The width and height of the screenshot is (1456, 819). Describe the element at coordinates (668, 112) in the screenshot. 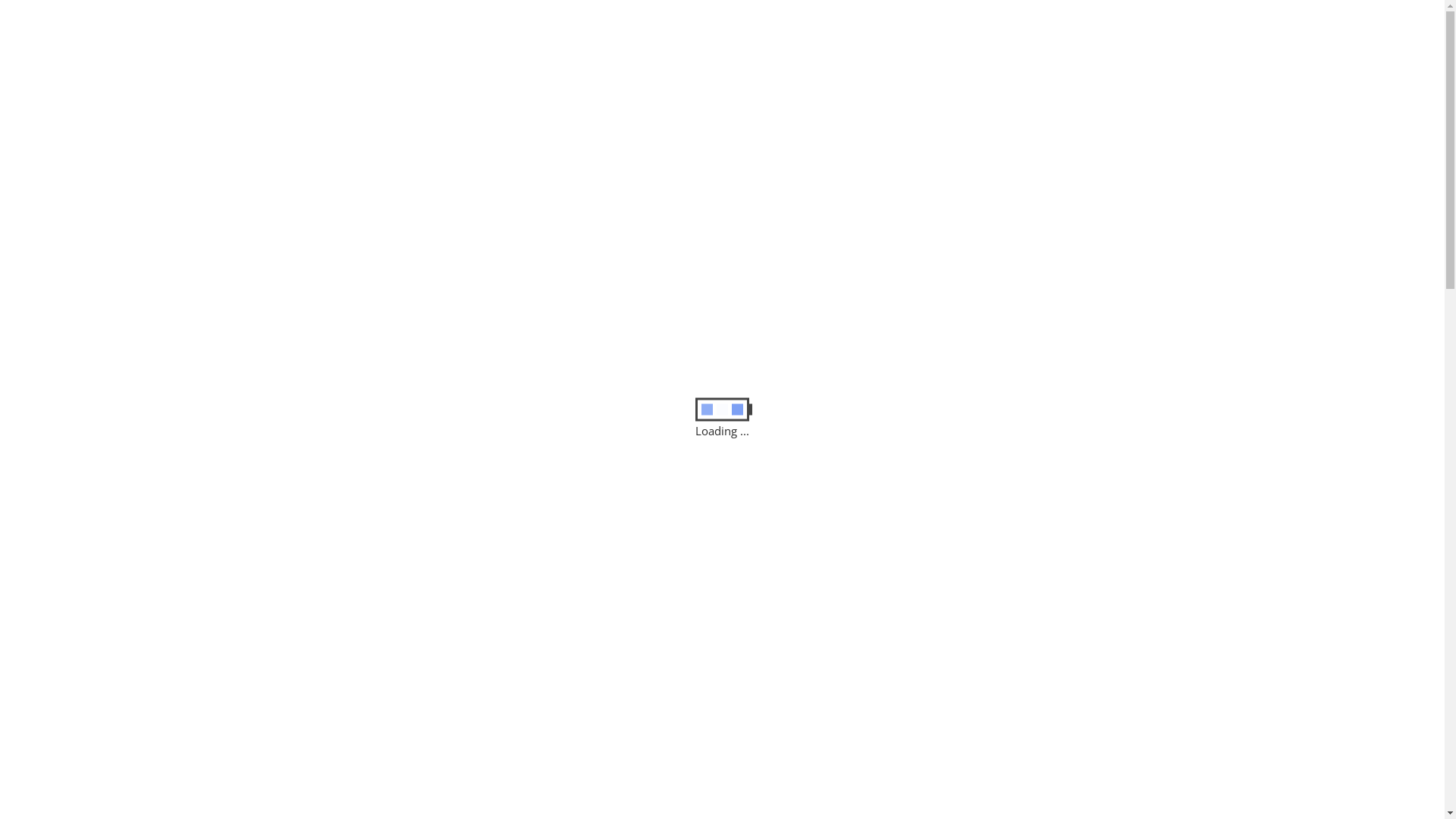

I see `'SERVISI I USLUGE'` at that location.